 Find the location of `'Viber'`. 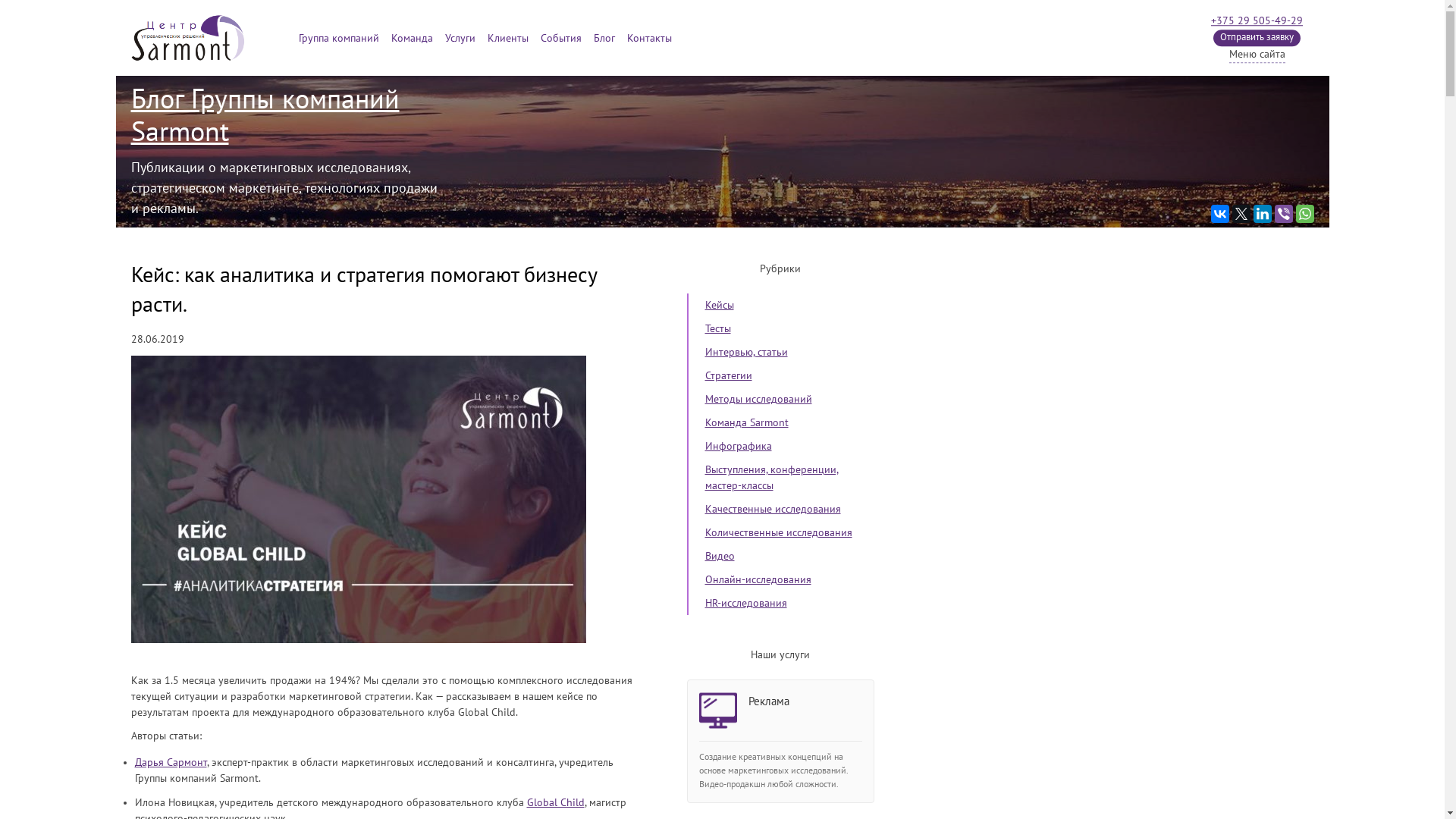

'Viber' is located at coordinates (1274, 213).